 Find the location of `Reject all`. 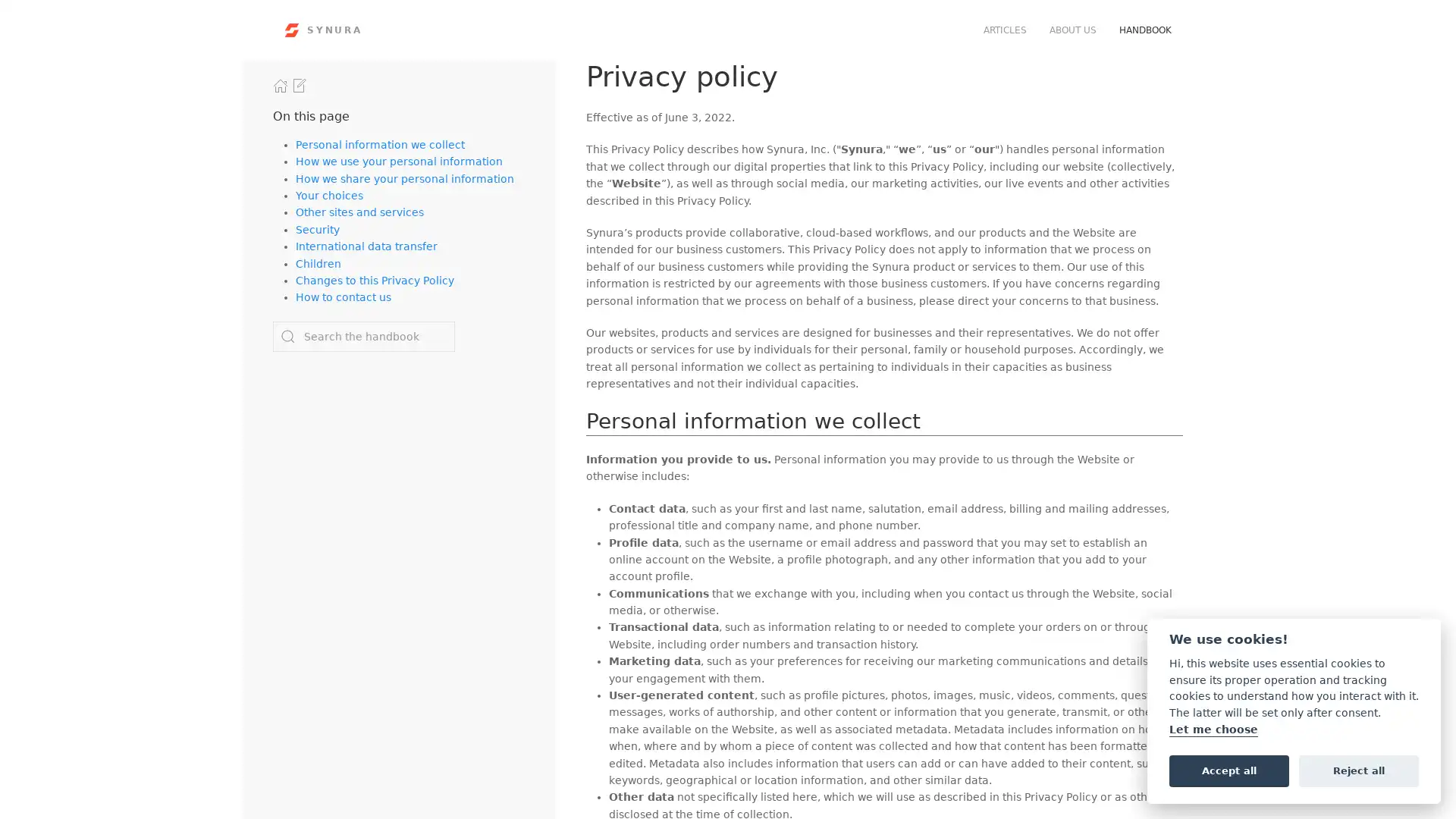

Reject all is located at coordinates (1358, 770).